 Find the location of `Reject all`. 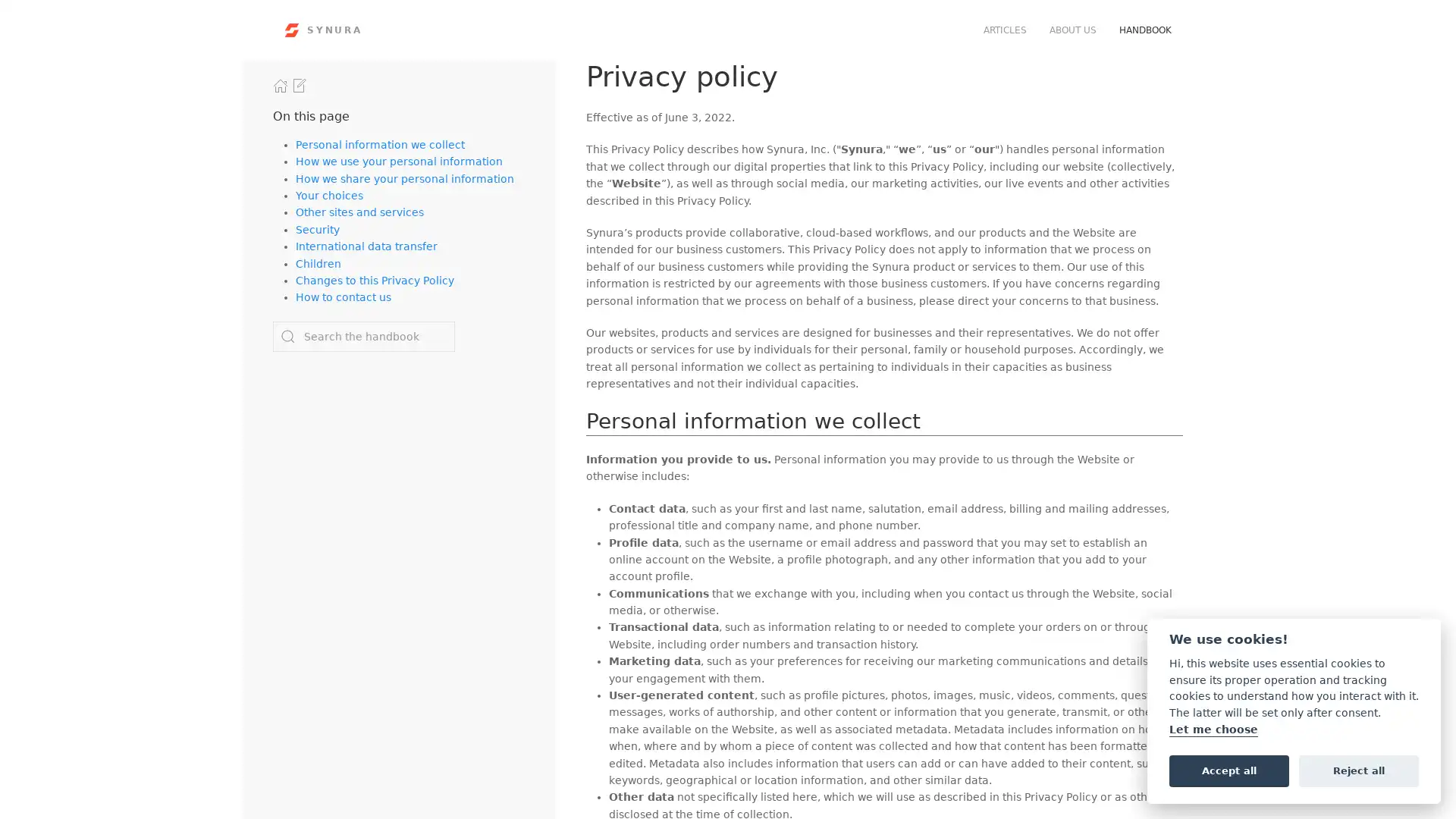

Reject all is located at coordinates (1358, 770).